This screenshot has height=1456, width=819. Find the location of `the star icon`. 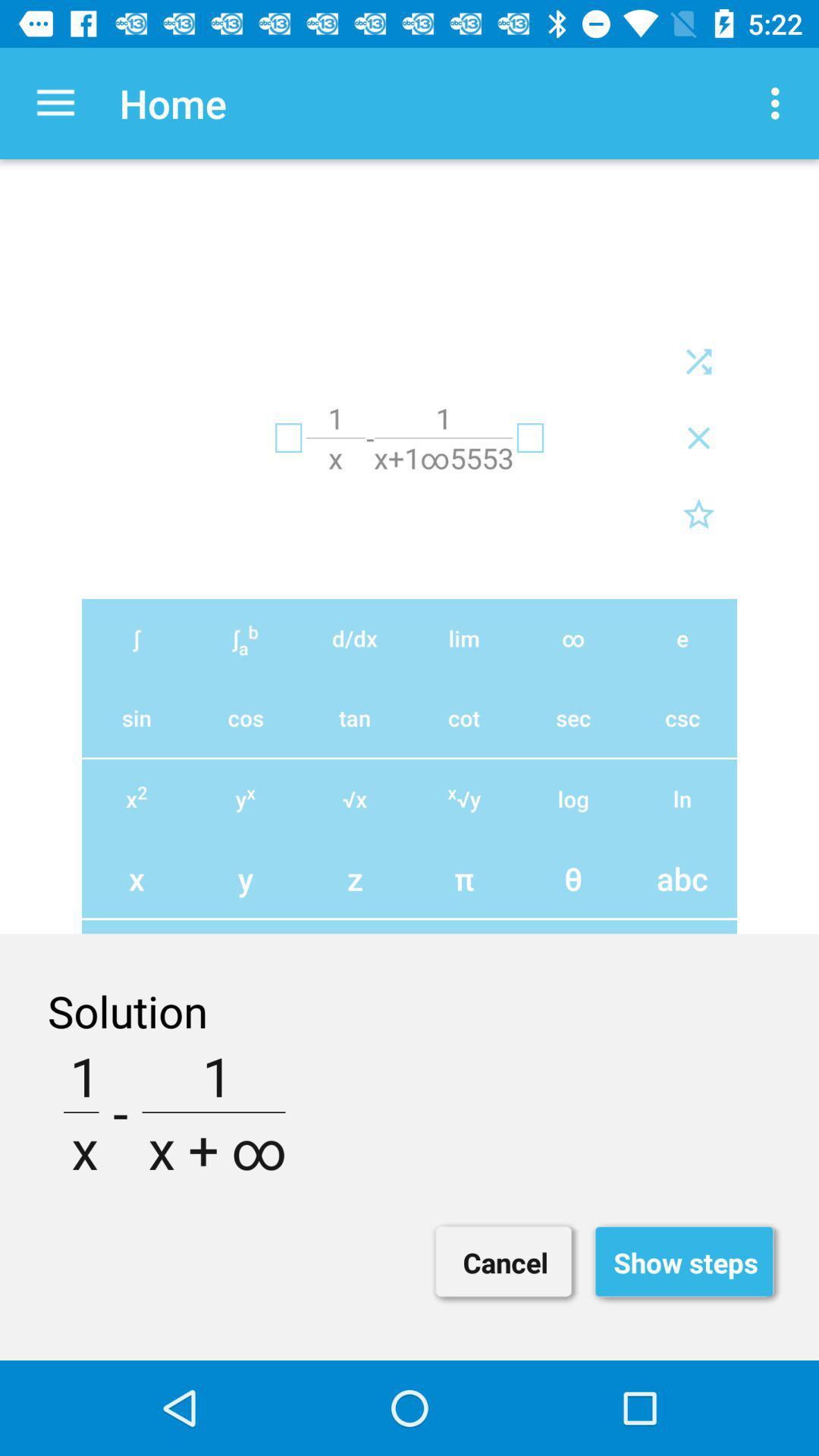

the star icon is located at coordinates (698, 514).